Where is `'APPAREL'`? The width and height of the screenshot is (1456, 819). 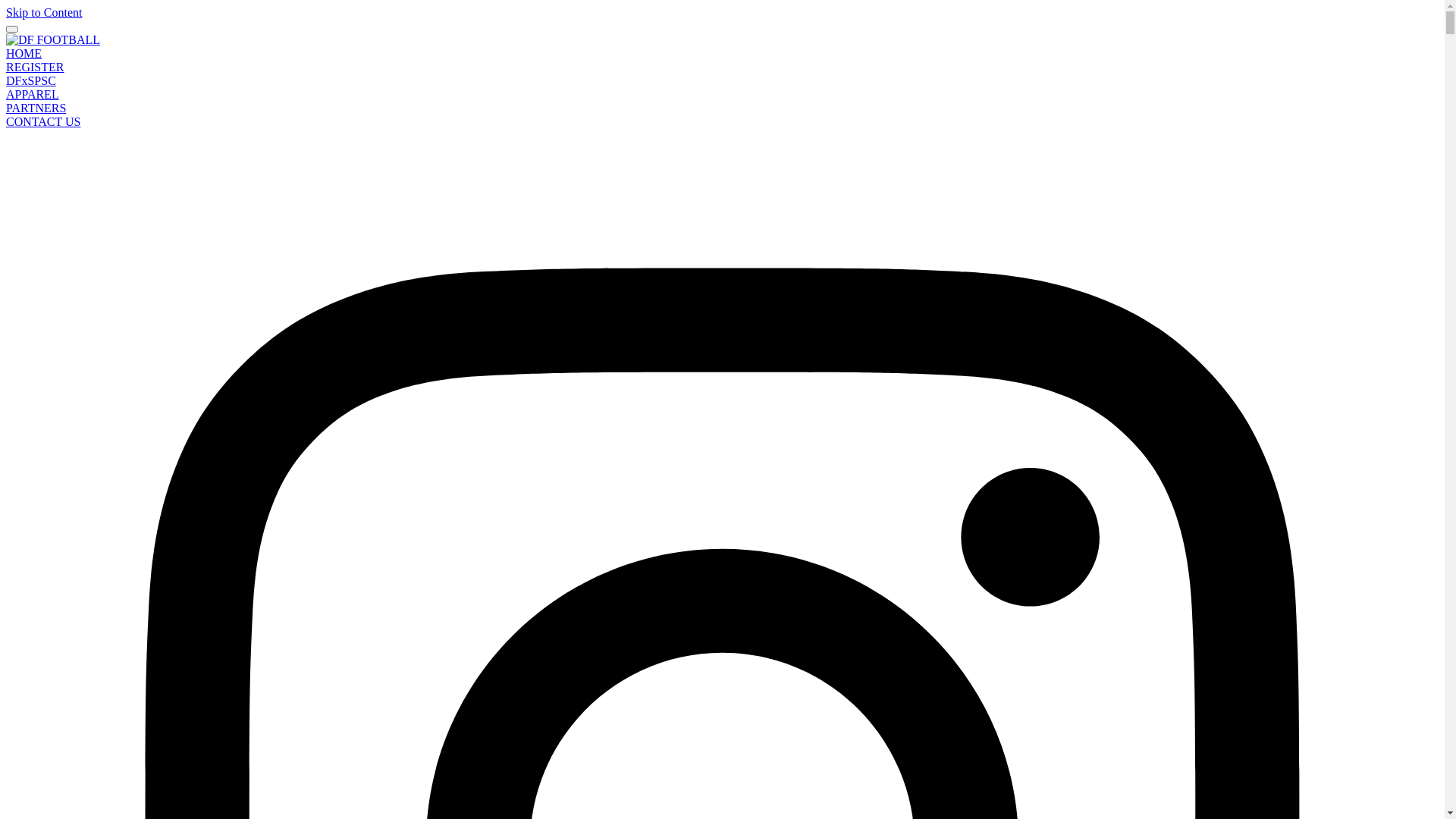 'APPAREL' is located at coordinates (6, 94).